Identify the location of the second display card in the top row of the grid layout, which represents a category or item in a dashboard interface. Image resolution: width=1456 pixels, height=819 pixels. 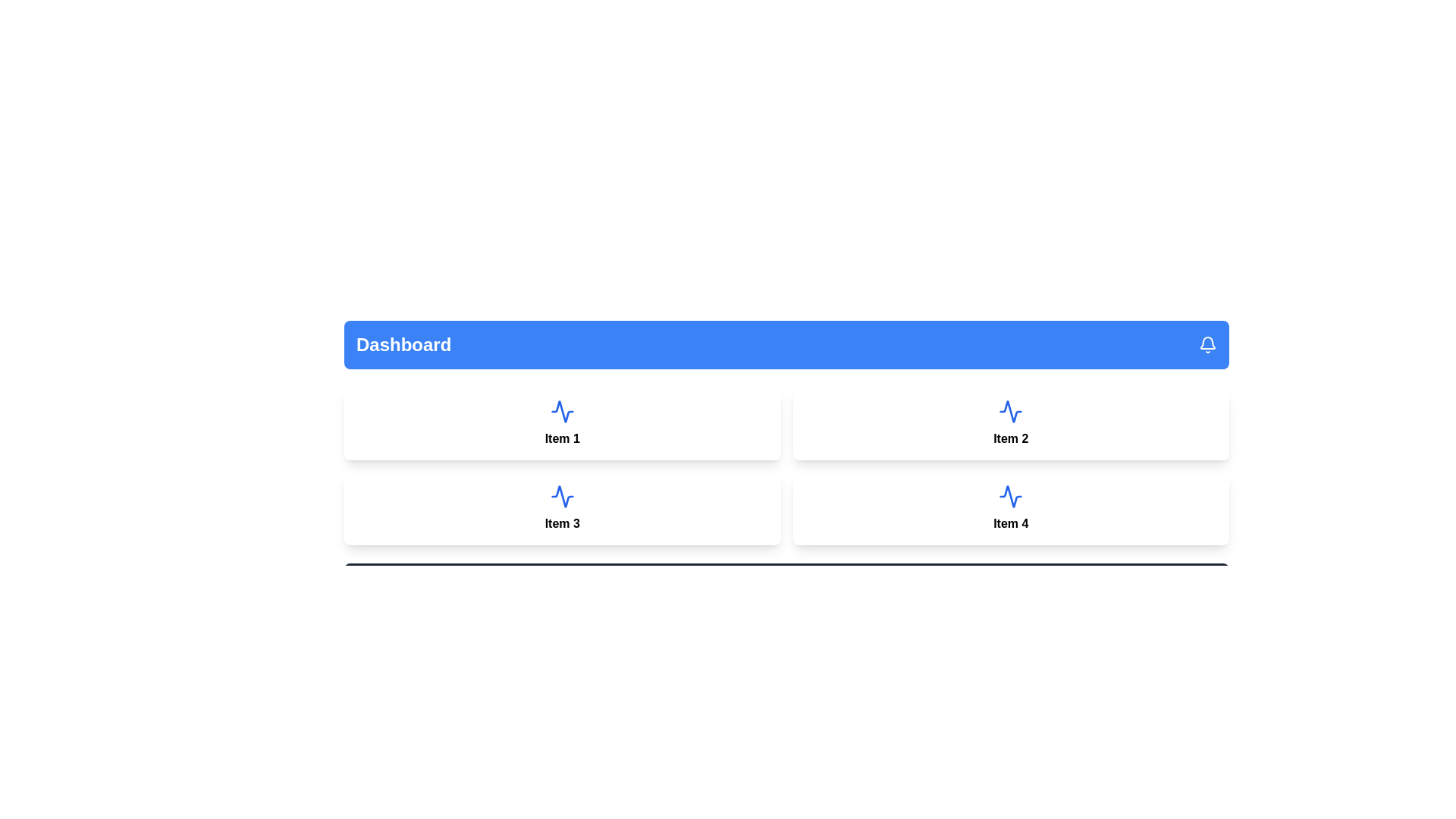
(1011, 424).